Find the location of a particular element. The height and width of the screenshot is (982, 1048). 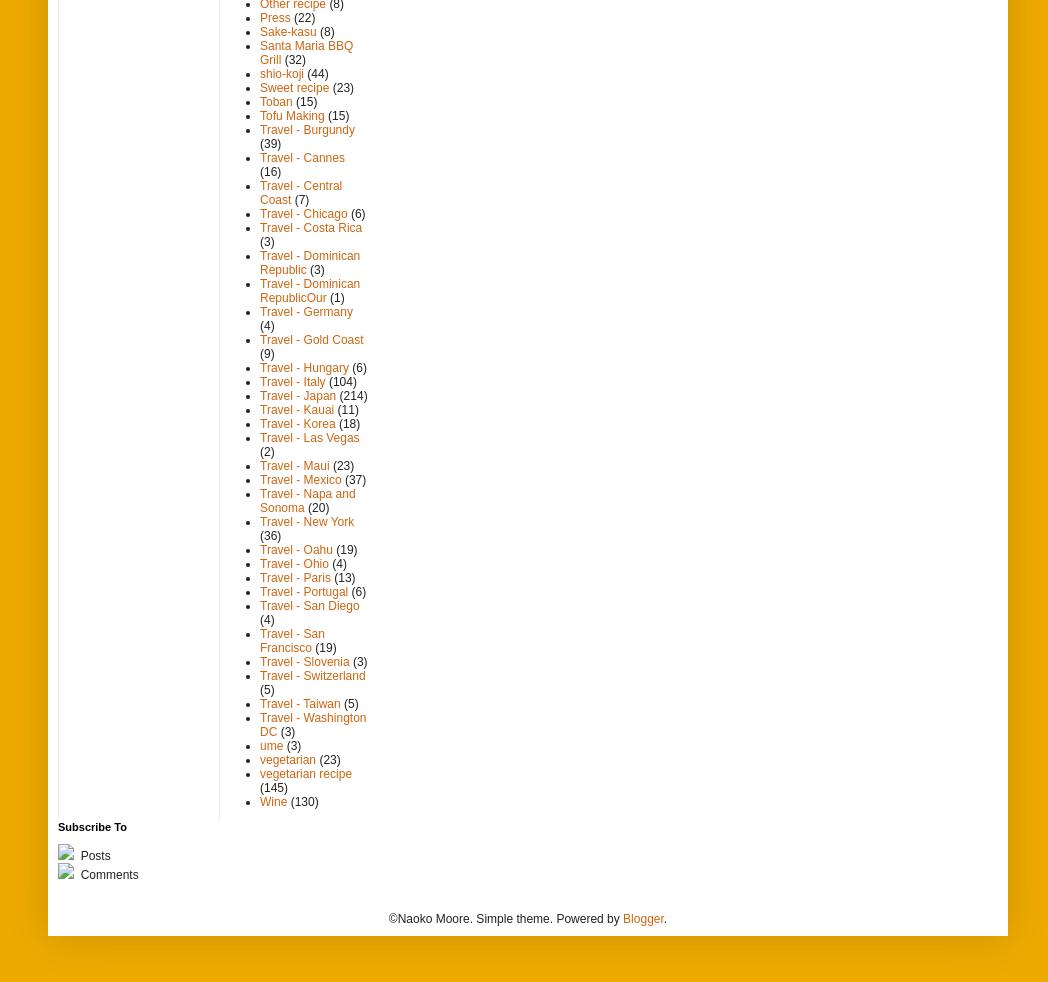

'Posts' is located at coordinates (92, 856).